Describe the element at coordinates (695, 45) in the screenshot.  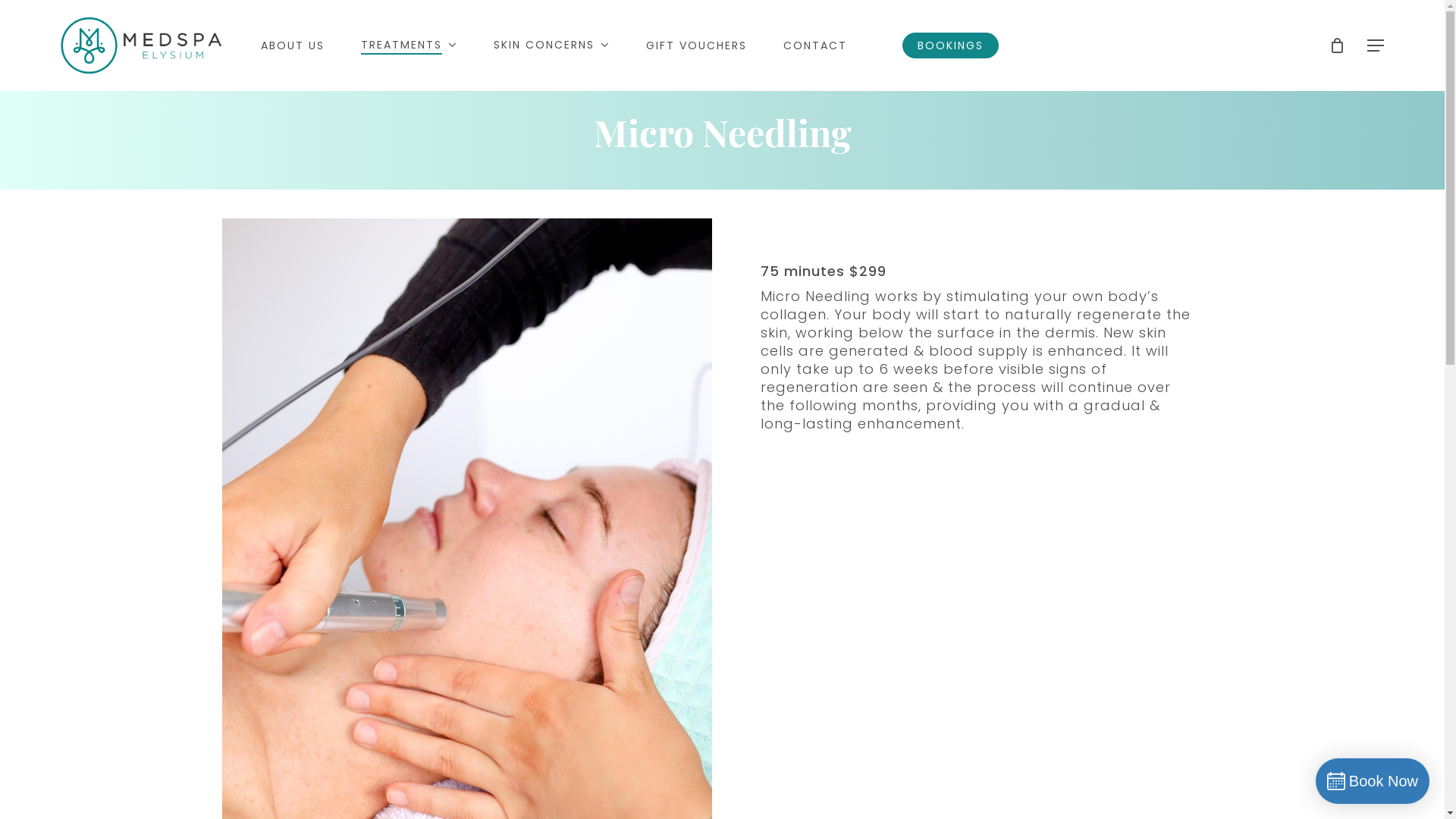
I see `'GIFT VOUCHERS'` at that location.